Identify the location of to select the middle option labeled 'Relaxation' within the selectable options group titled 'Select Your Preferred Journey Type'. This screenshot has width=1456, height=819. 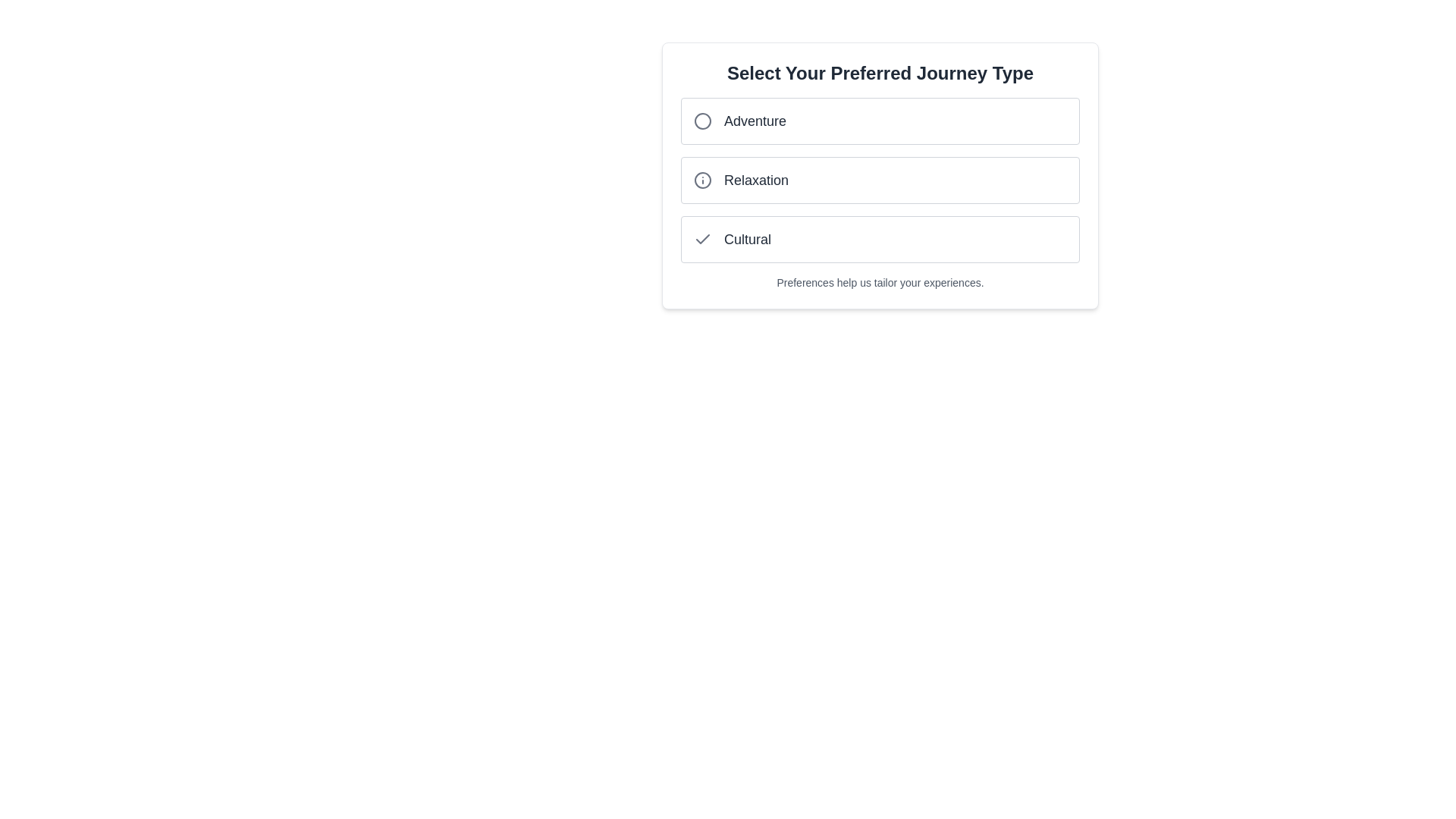
(880, 174).